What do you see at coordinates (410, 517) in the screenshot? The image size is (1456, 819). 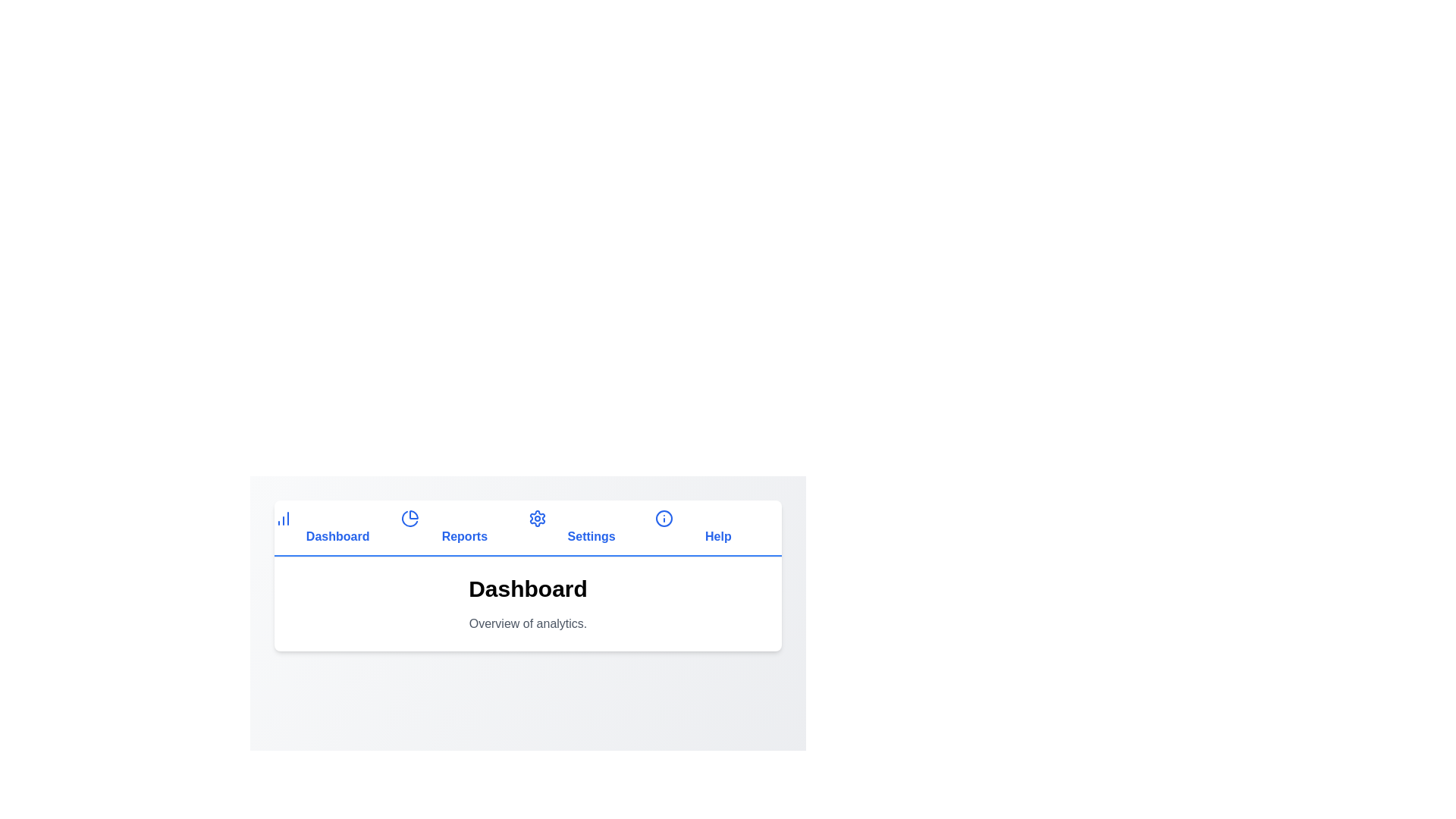 I see `the 'Reports' icon, which is located immediately to the left of the 'Reports' label in the navigation options` at bounding box center [410, 517].